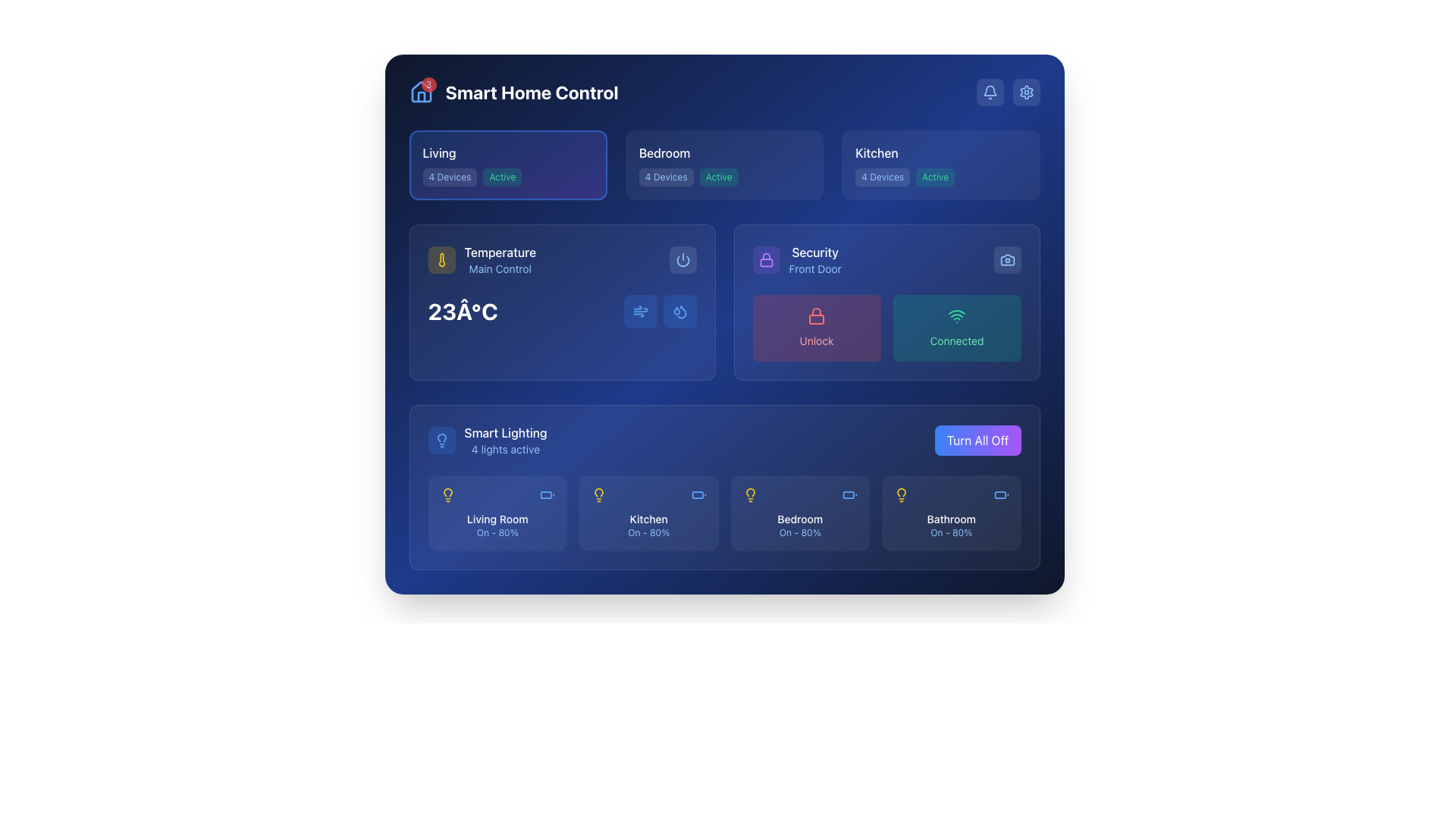  What do you see at coordinates (723, 177) in the screenshot?
I see `details of the informational label with status indicators for the 'Bedroom' section, located between the 'Living' and 'Kitchen' elements in the smart home control interface` at bounding box center [723, 177].